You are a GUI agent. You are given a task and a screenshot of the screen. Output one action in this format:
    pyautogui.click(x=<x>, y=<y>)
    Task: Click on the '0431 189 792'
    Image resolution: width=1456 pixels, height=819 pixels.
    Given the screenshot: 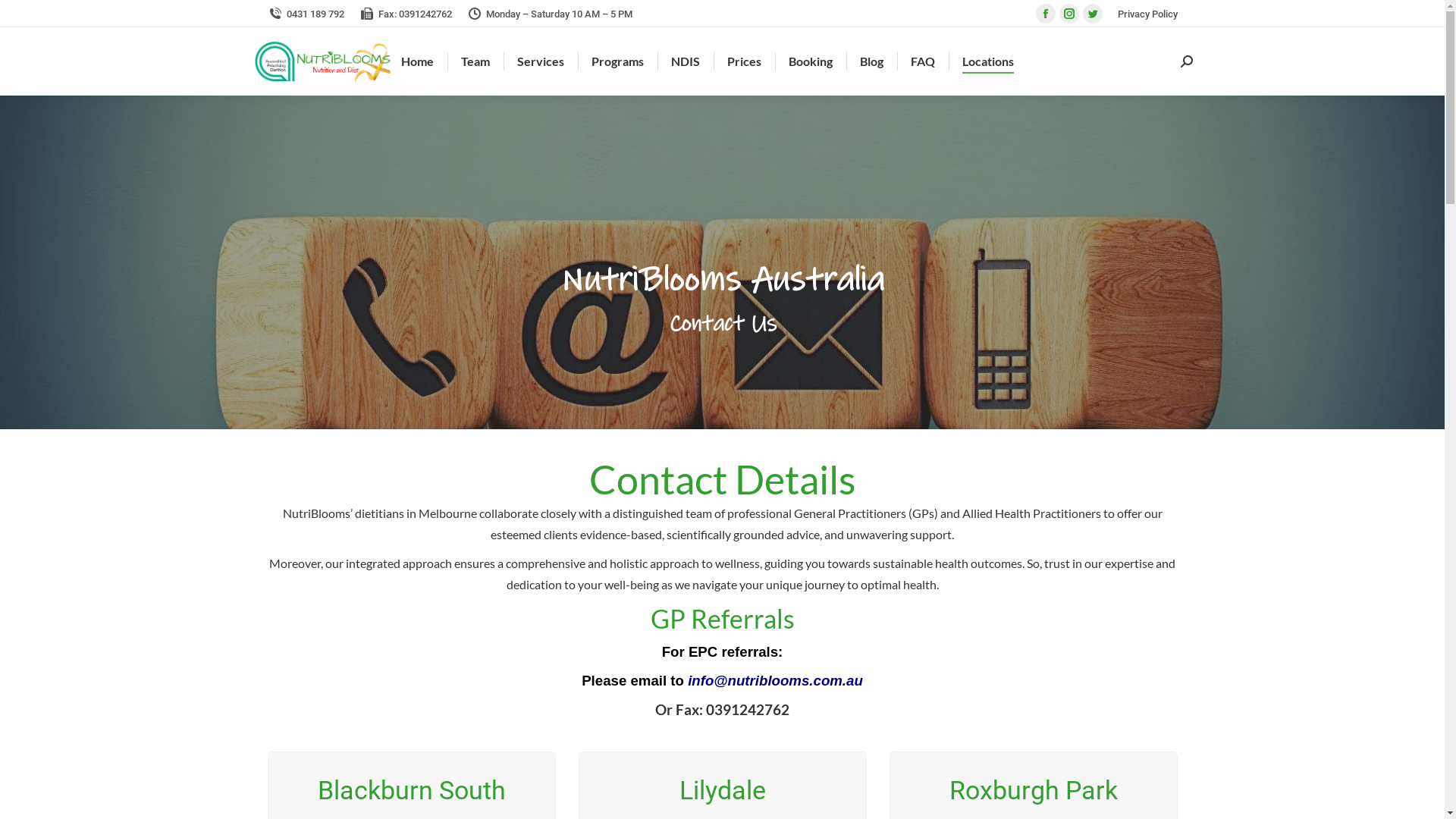 What is the action you would take?
    pyautogui.click(x=304, y=13)
    